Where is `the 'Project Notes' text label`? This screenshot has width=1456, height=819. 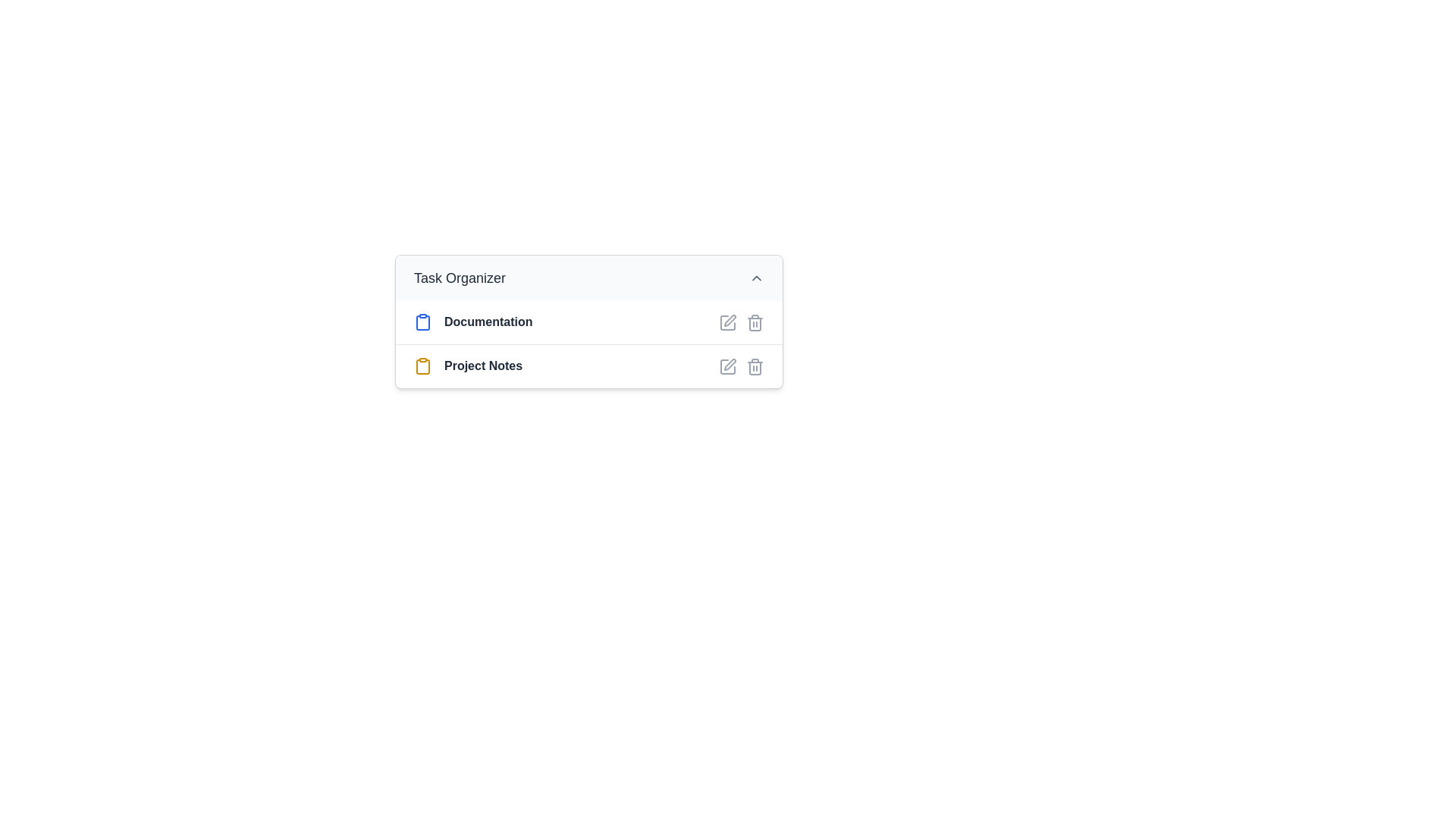
the 'Project Notes' text label is located at coordinates (482, 366).